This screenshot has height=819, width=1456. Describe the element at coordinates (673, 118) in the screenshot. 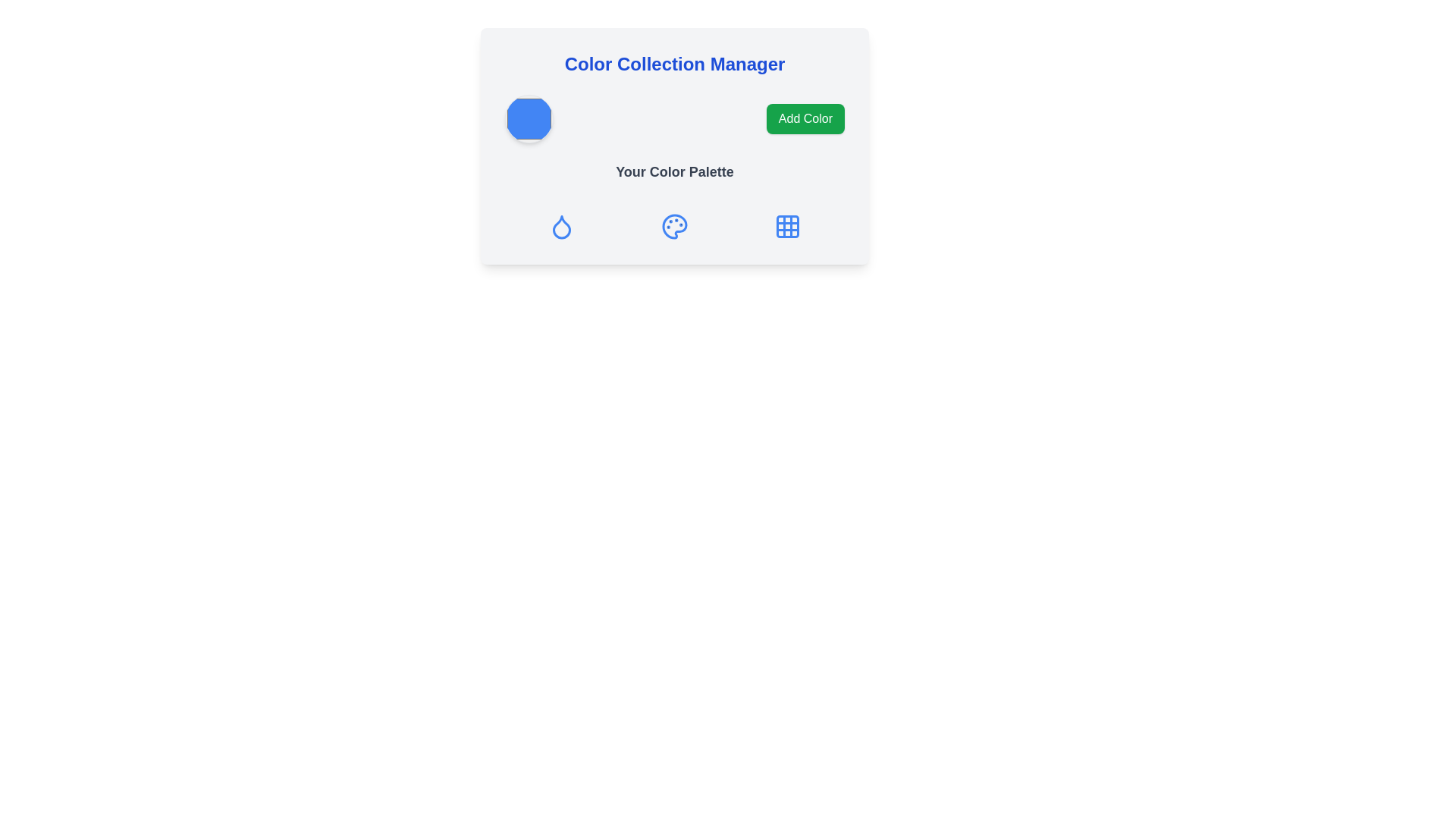

I see `the color selection circle in the Color Collection Manager component to choose a color` at that location.